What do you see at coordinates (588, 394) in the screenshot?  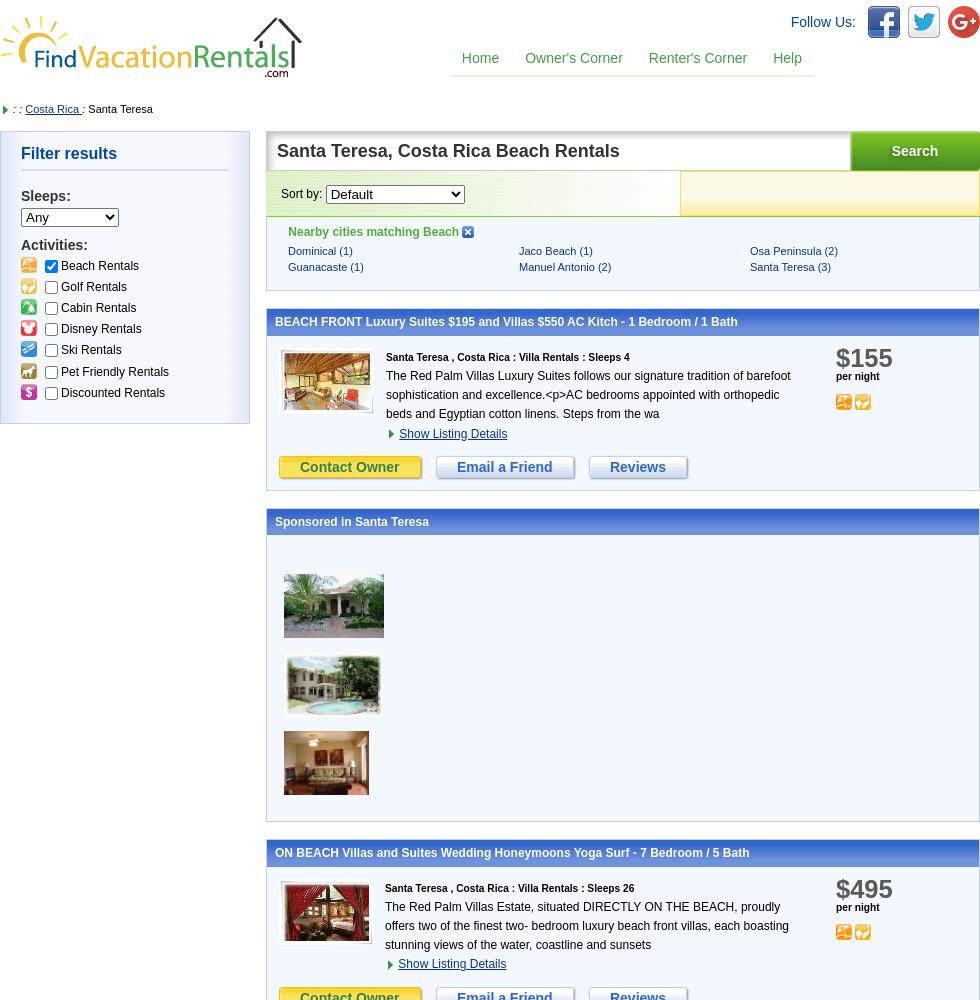 I see `'The Red Palm Villas Luxury Suites follows our signature tradition of barefoot sophistication and excellence.<p>AC bedrooms appointed with orthopedic beds and Egyptian cotton linens.  Steps from the wa'` at bounding box center [588, 394].